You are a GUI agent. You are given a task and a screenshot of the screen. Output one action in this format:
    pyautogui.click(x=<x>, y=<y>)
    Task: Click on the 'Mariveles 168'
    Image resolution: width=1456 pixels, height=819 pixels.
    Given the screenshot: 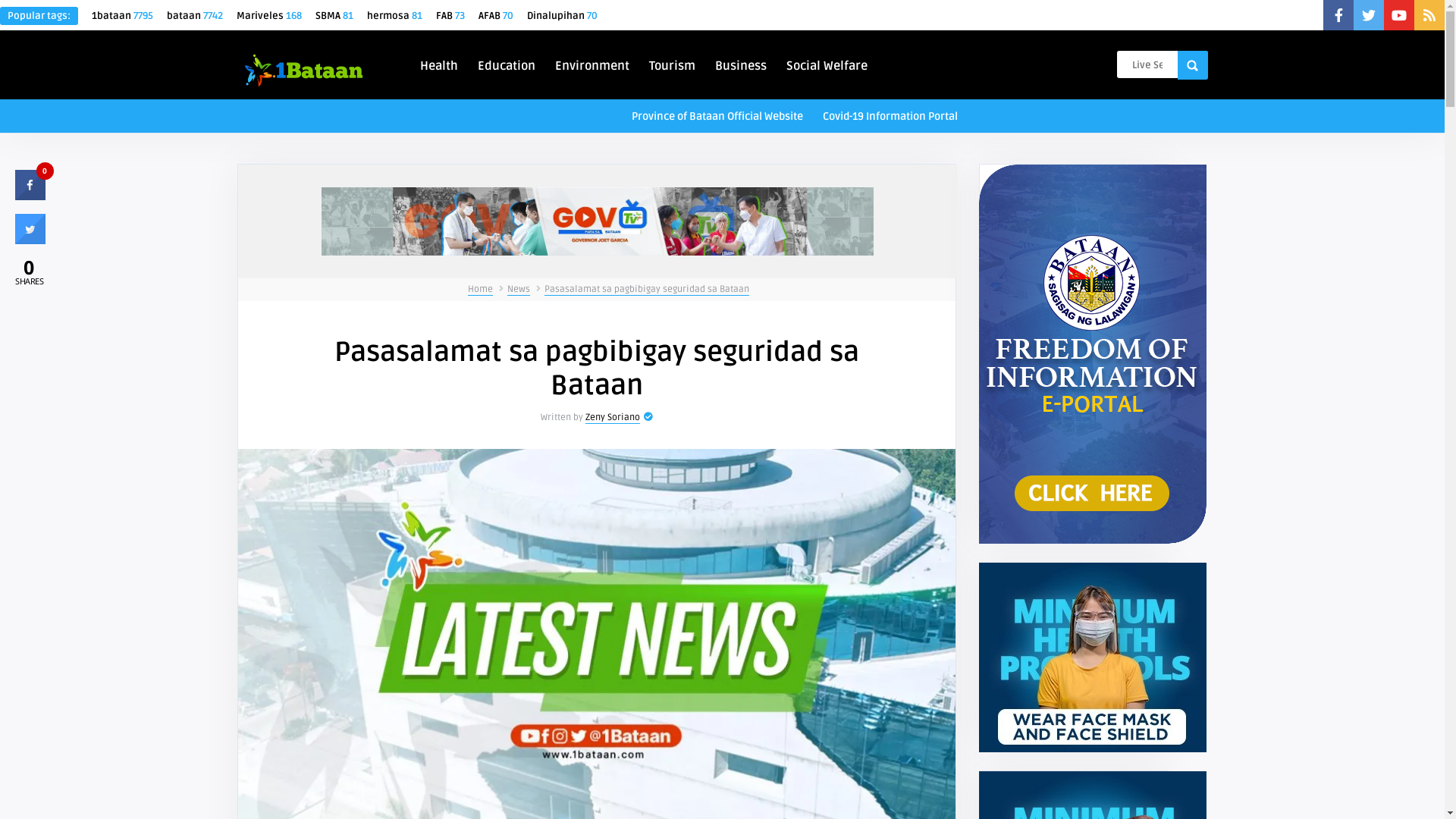 What is the action you would take?
    pyautogui.click(x=269, y=15)
    